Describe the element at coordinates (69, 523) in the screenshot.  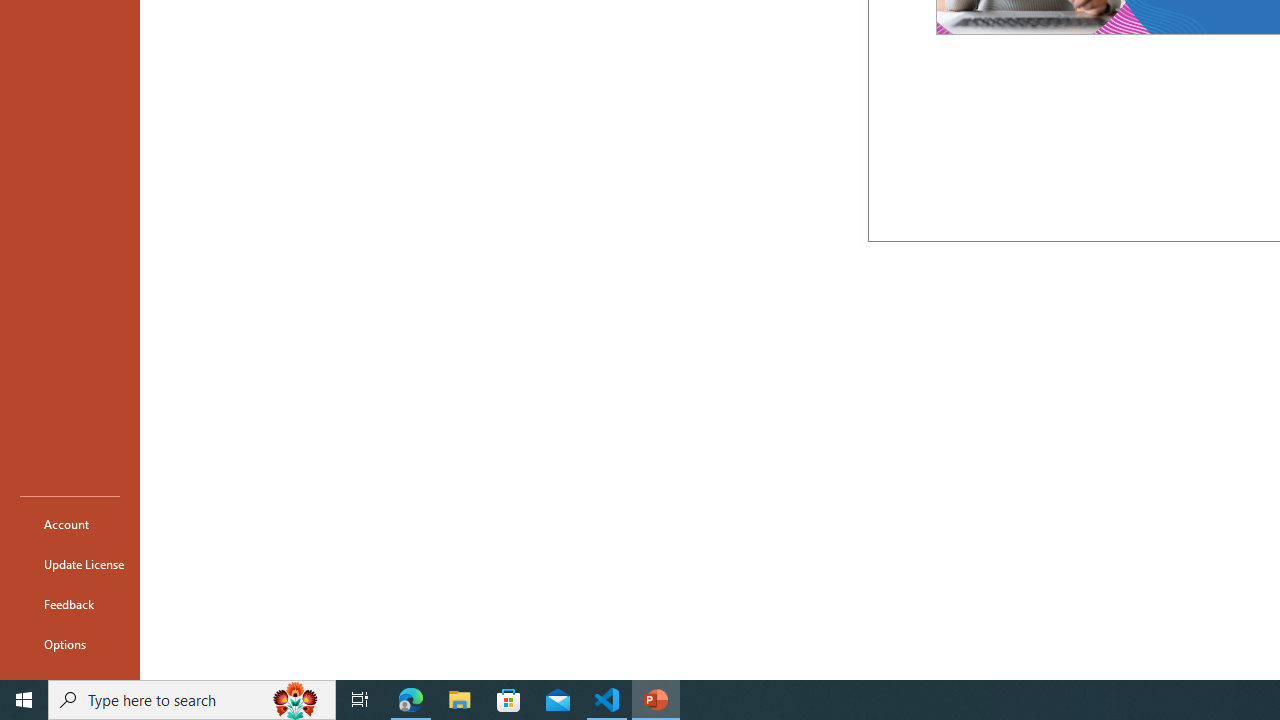
I see `'Account'` at that location.